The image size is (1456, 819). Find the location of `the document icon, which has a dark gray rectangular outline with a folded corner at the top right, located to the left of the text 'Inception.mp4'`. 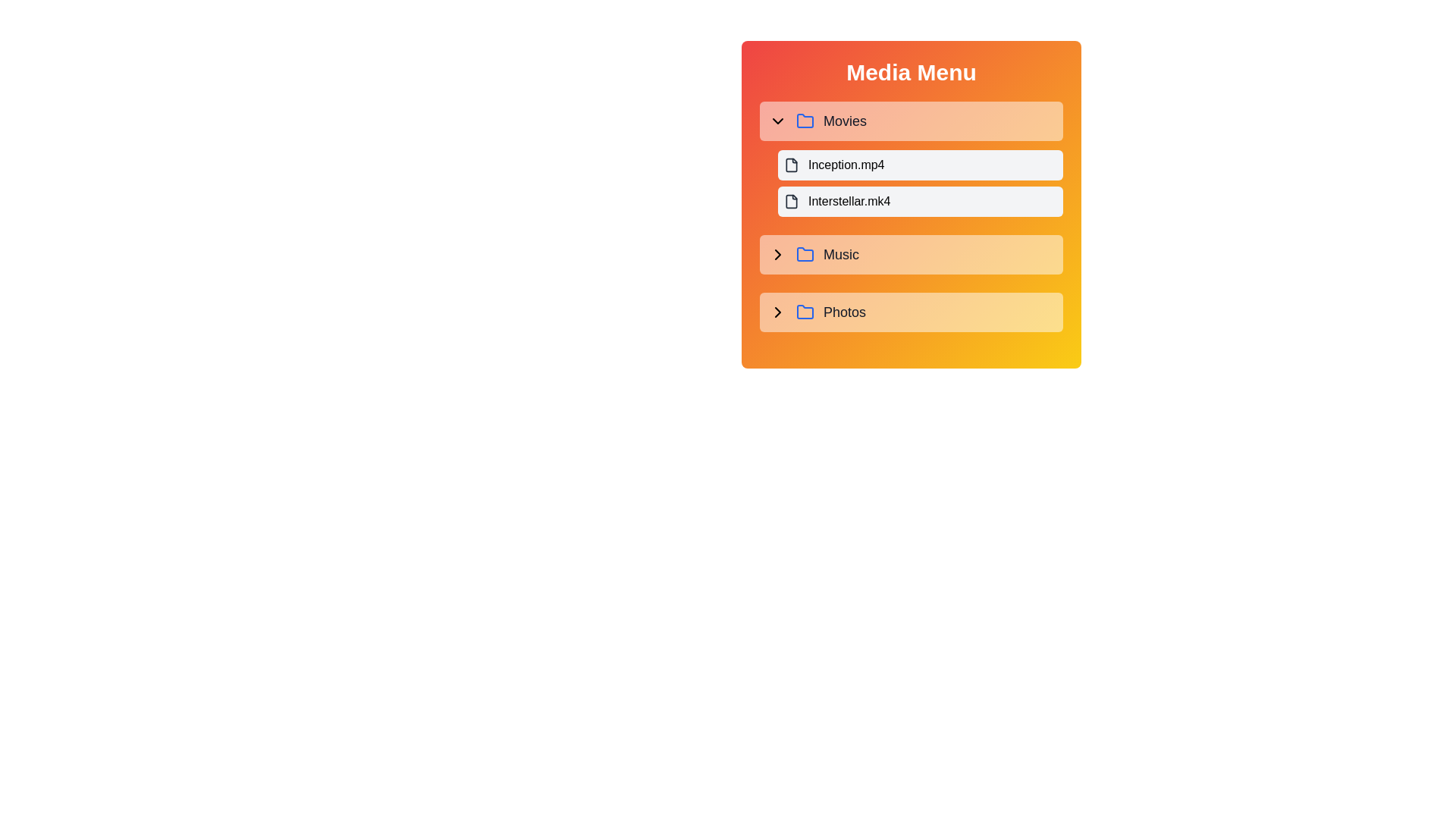

the document icon, which has a dark gray rectangular outline with a folded corner at the top right, located to the left of the text 'Inception.mp4' is located at coordinates (790, 165).